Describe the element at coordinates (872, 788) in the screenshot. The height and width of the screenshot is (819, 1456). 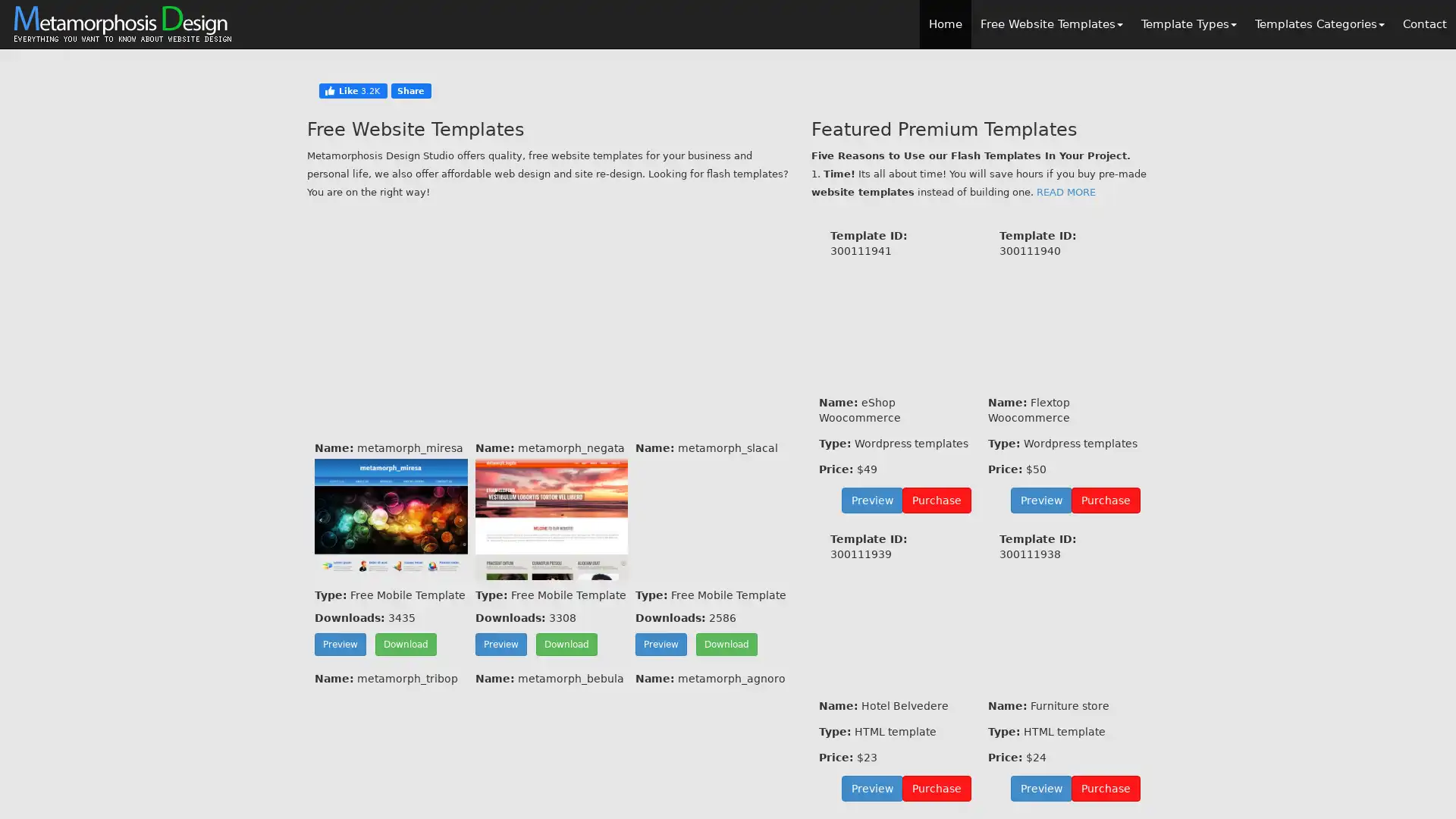
I see `Preview` at that location.